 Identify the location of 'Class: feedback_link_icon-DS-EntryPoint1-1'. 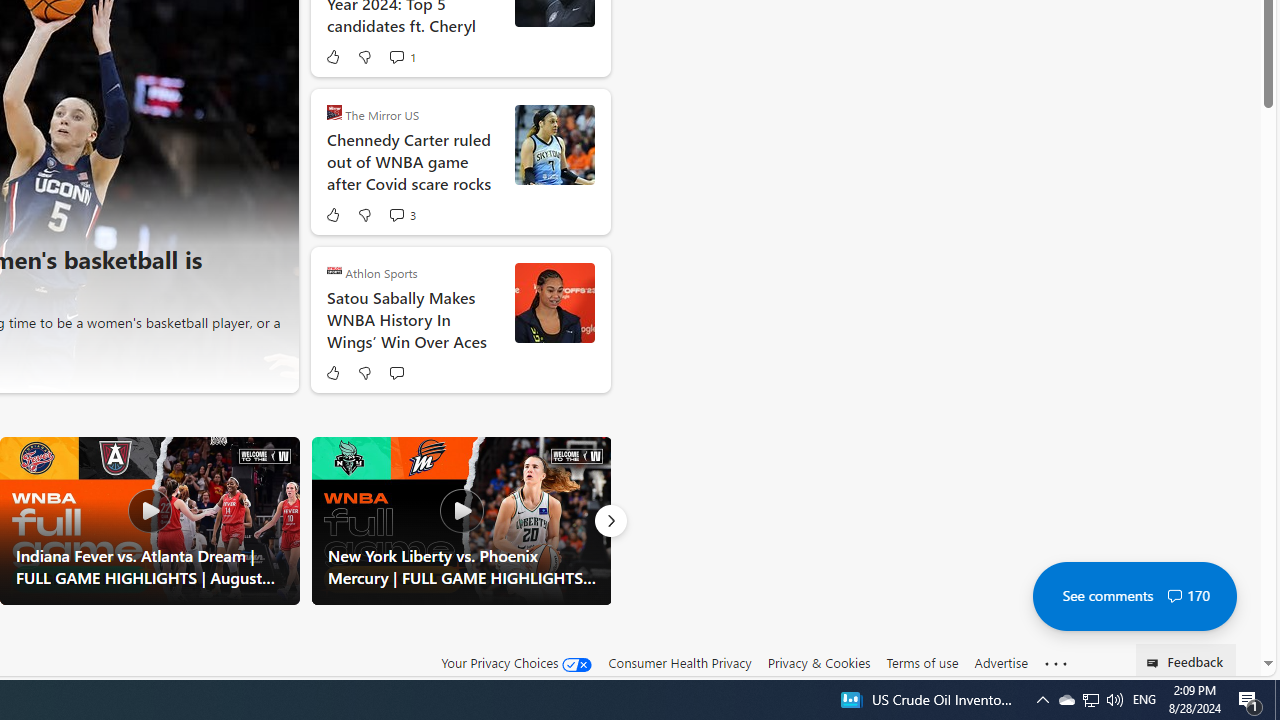
(1156, 663).